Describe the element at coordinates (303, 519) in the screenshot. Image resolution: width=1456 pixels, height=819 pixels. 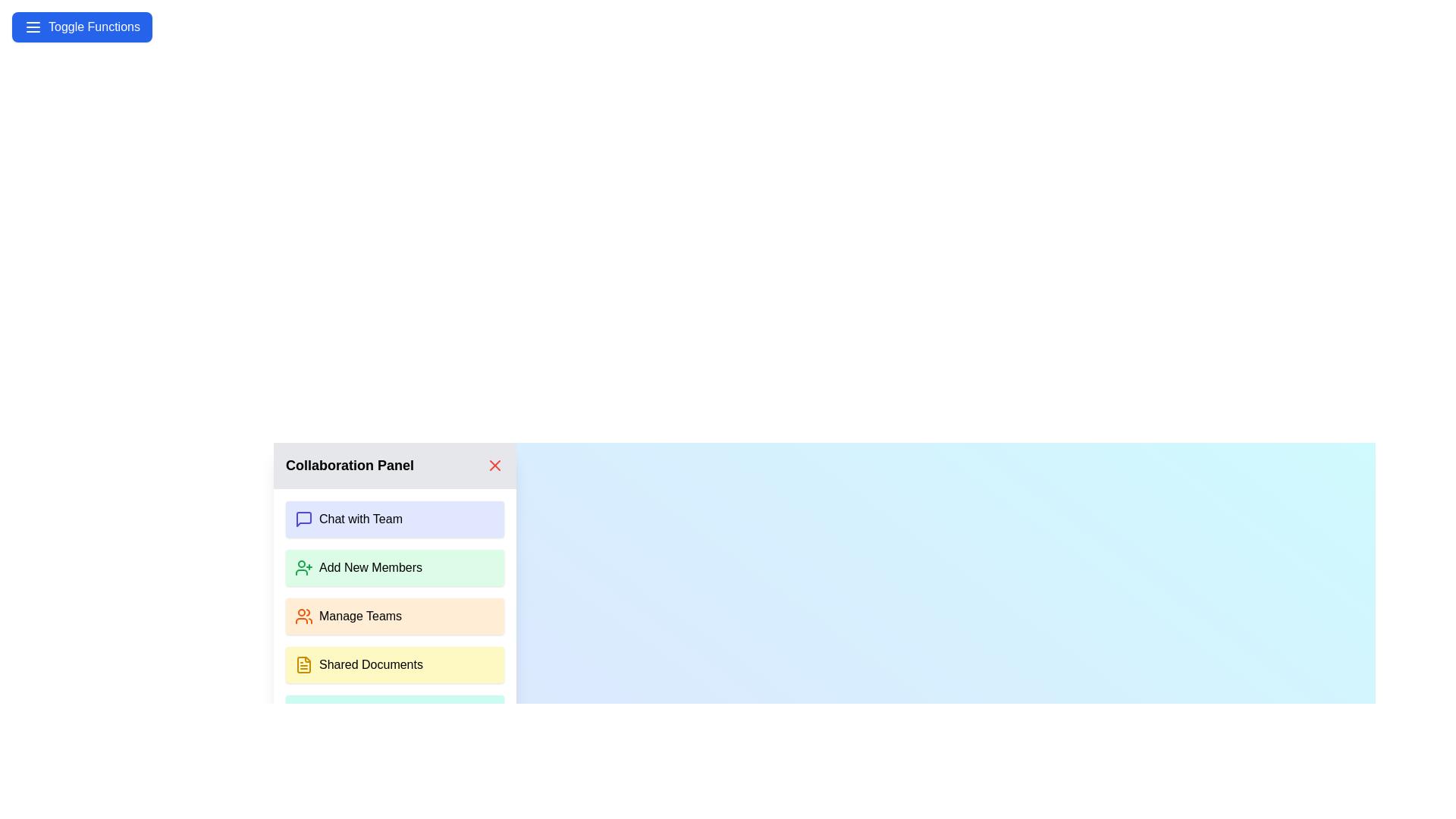
I see `the SVG Icon representing the messaging feature, which is located in the top-left corner of the 'Chat with Team' button` at that location.